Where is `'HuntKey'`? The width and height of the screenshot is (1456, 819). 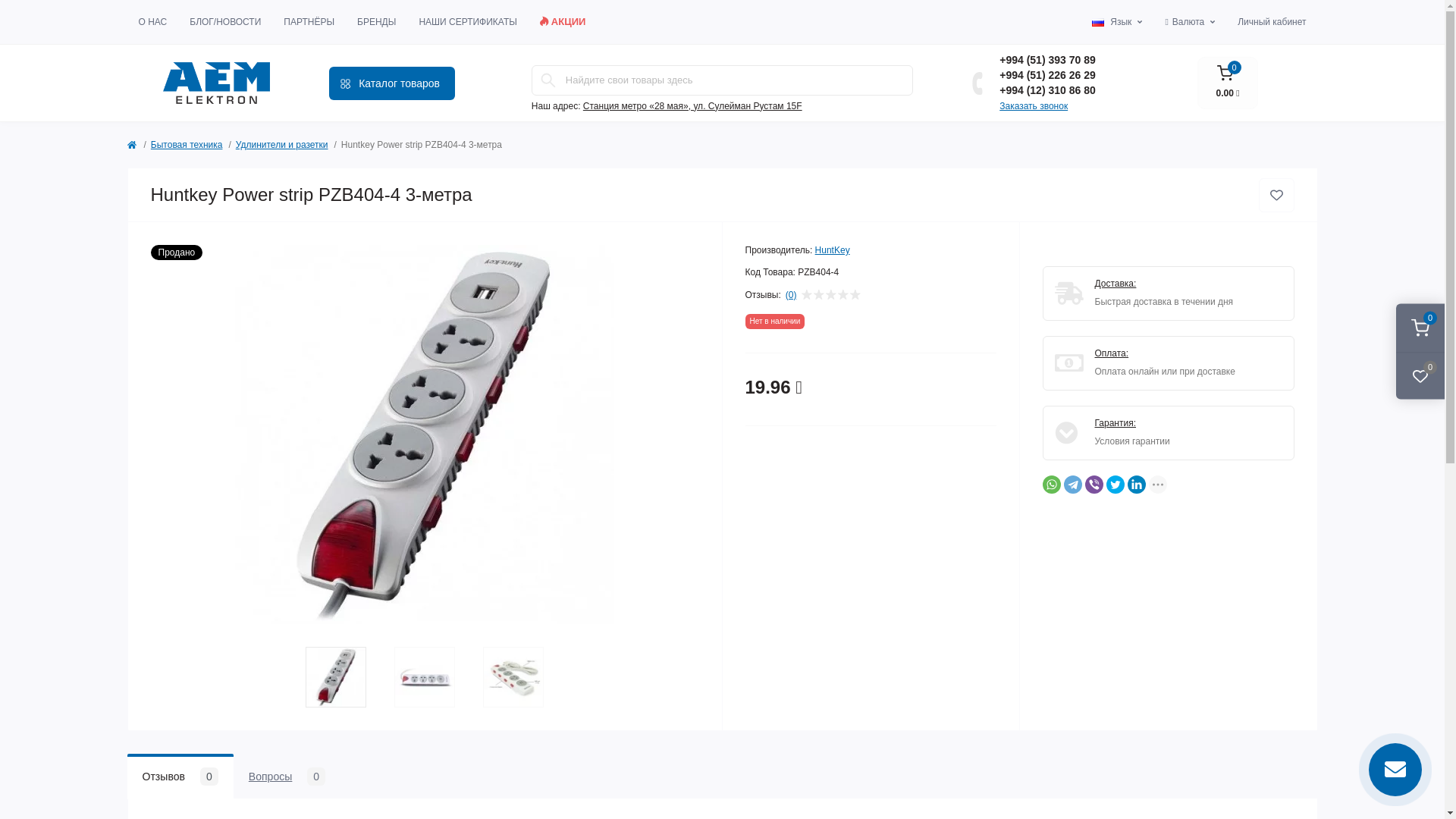
'HuntKey' is located at coordinates (832, 249).